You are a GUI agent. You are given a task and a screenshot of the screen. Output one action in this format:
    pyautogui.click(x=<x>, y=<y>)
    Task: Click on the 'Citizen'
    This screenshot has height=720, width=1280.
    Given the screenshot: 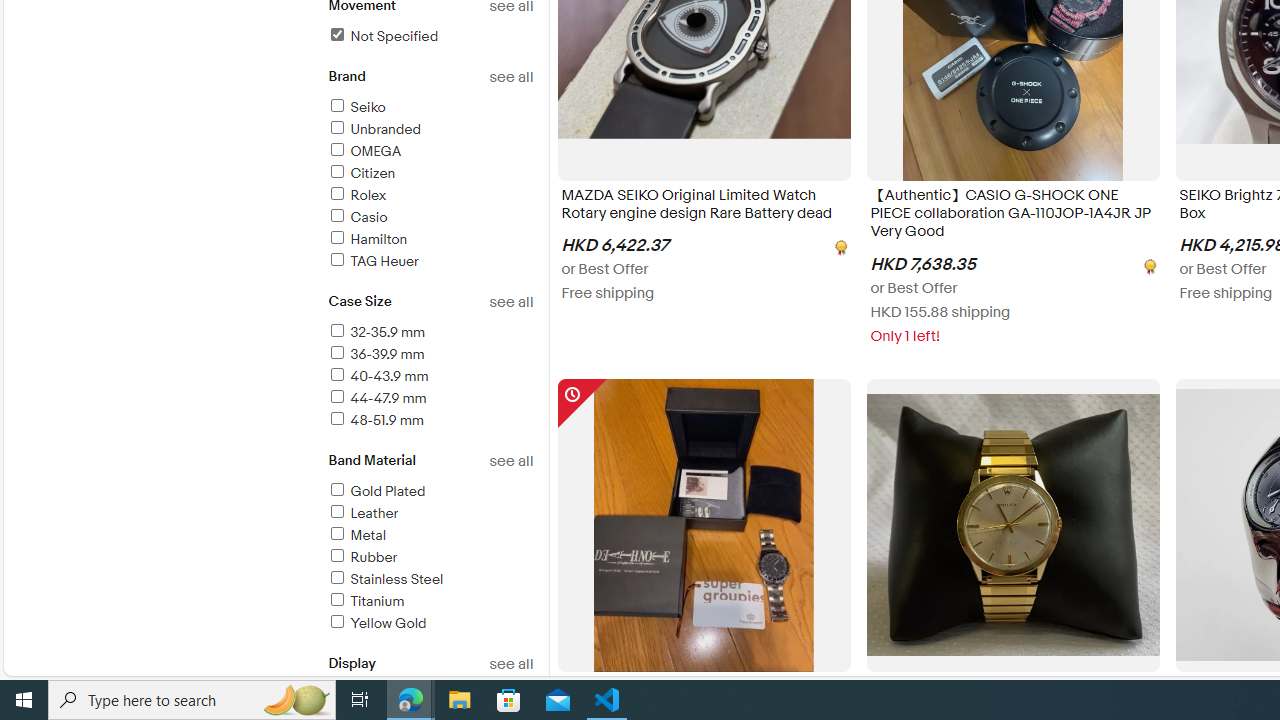 What is the action you would take?
    pyautogui.click(x=429, y=173)
    